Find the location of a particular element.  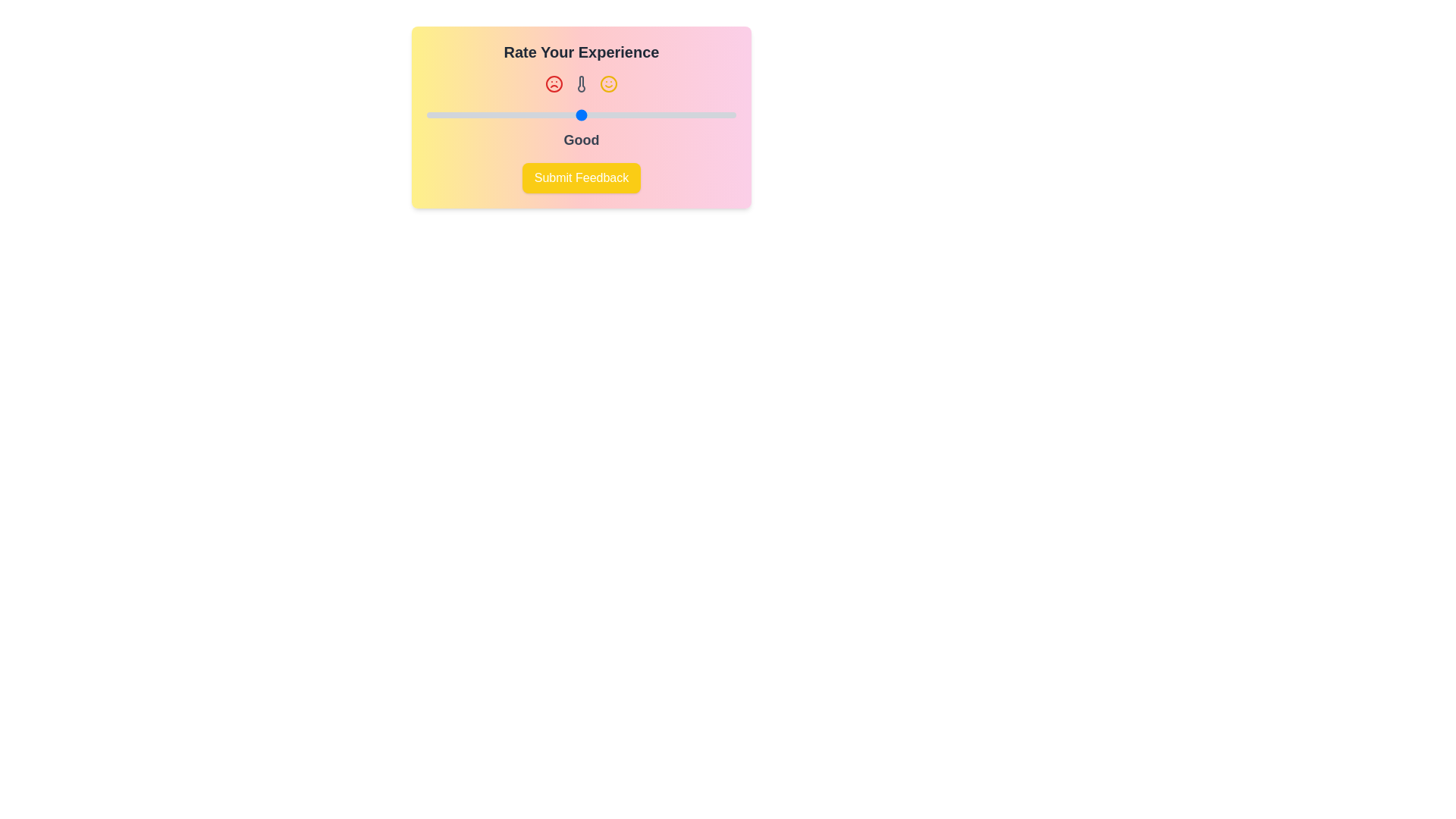

the slider to set the rating to 4 is located at coordinates (658, 114).